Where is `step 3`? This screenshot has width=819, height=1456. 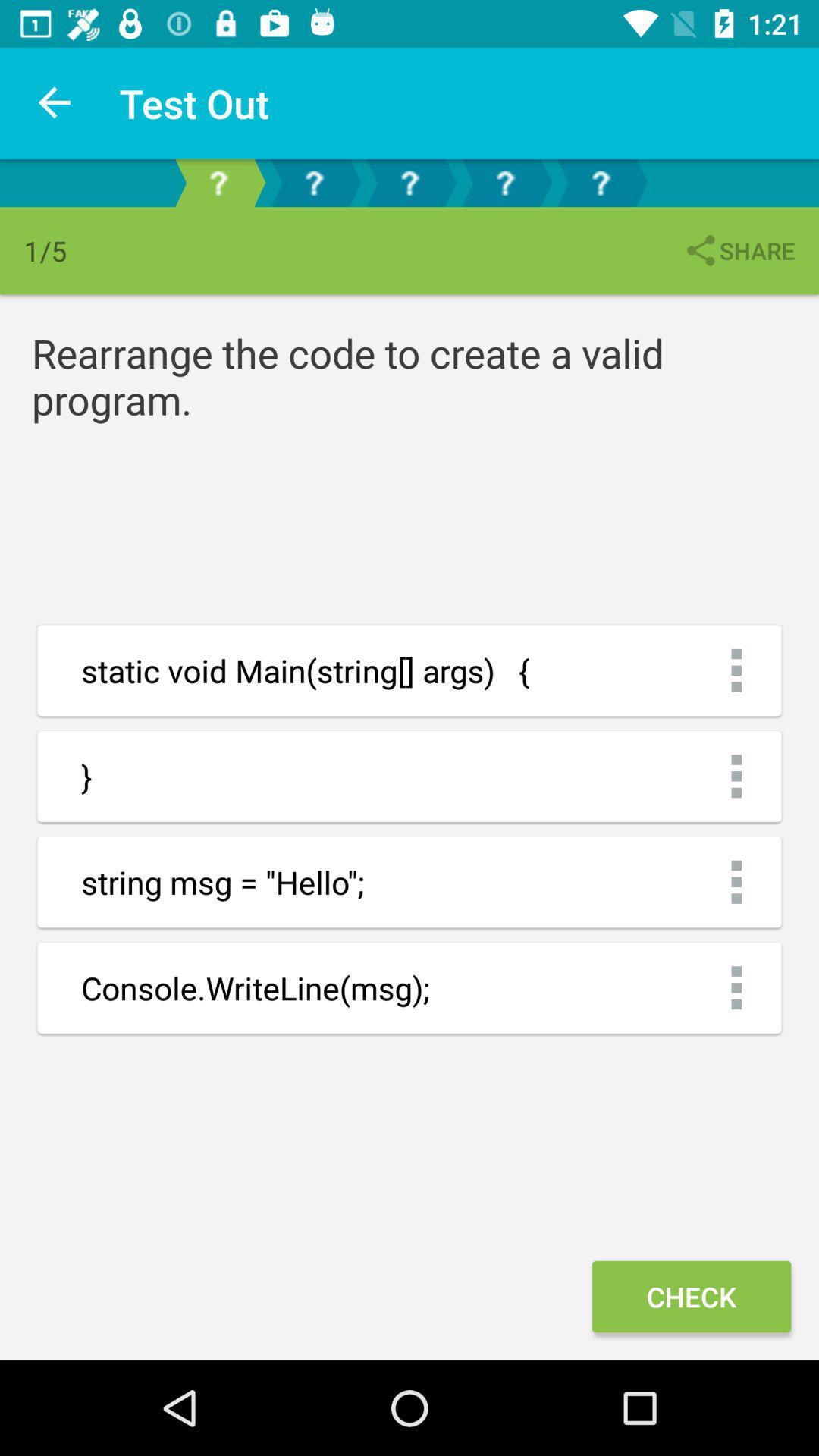
step 3 is located at coordinates (409, 182).